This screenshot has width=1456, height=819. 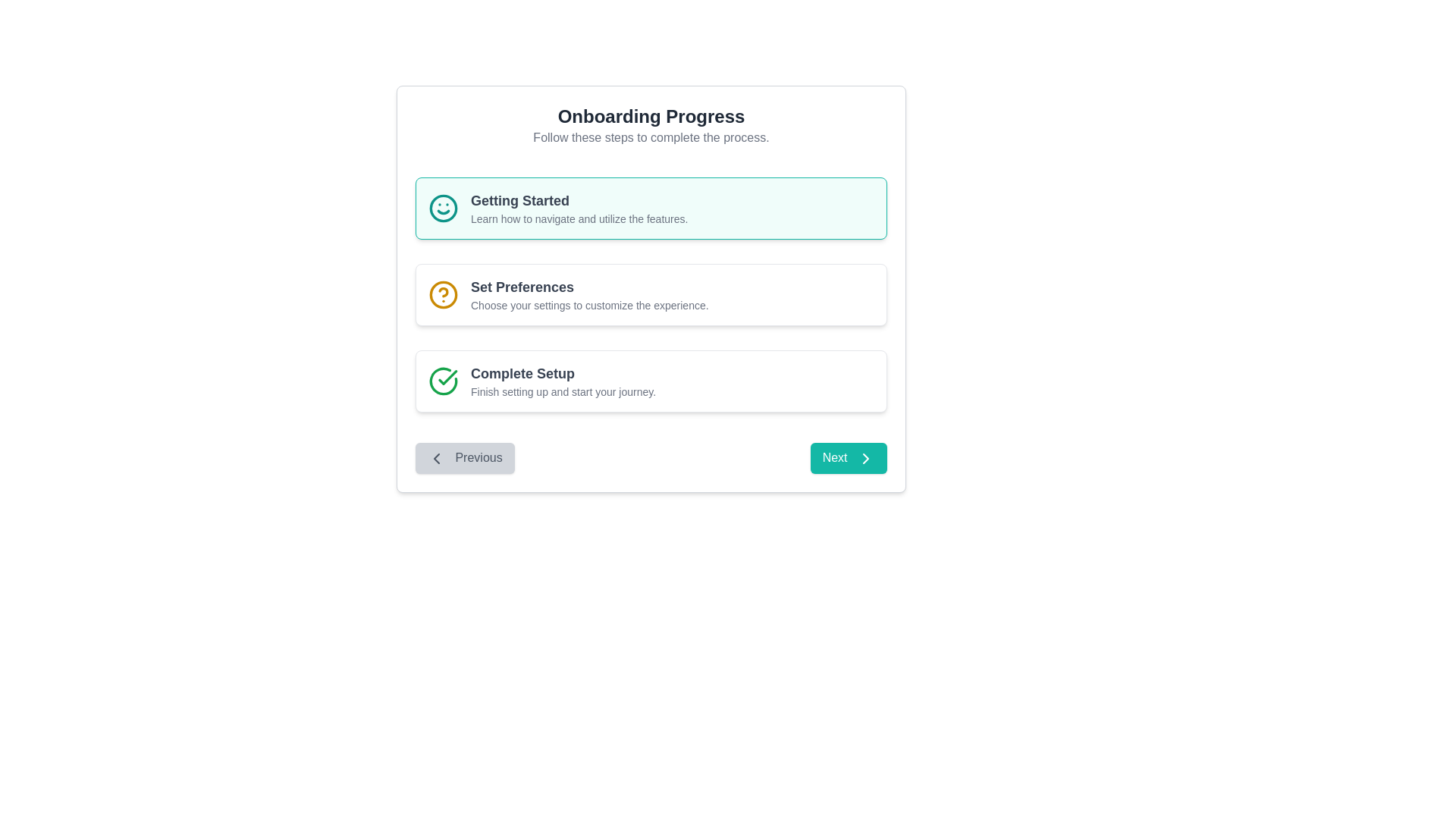 I want to click on the first informational card in the onboarding progress section, which has a soft teal background, a teal border, a smiley face icon on the left, and contains the text 'Getting Started' and 'Learn how to navigate and utilize the features.', so click(x=651, y=208).